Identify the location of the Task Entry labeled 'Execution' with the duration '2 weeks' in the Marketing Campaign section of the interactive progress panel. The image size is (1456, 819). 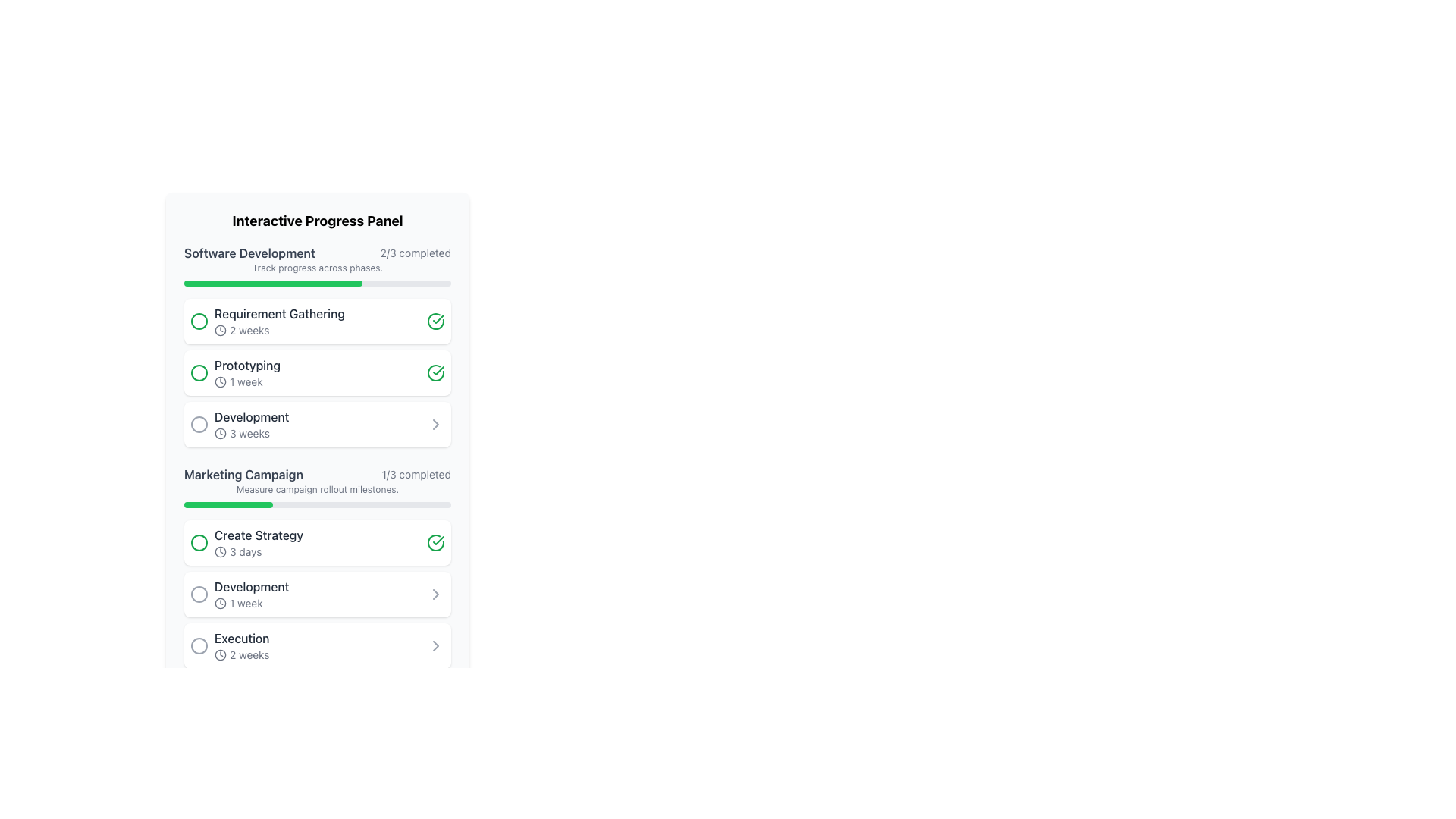
(228, 646).